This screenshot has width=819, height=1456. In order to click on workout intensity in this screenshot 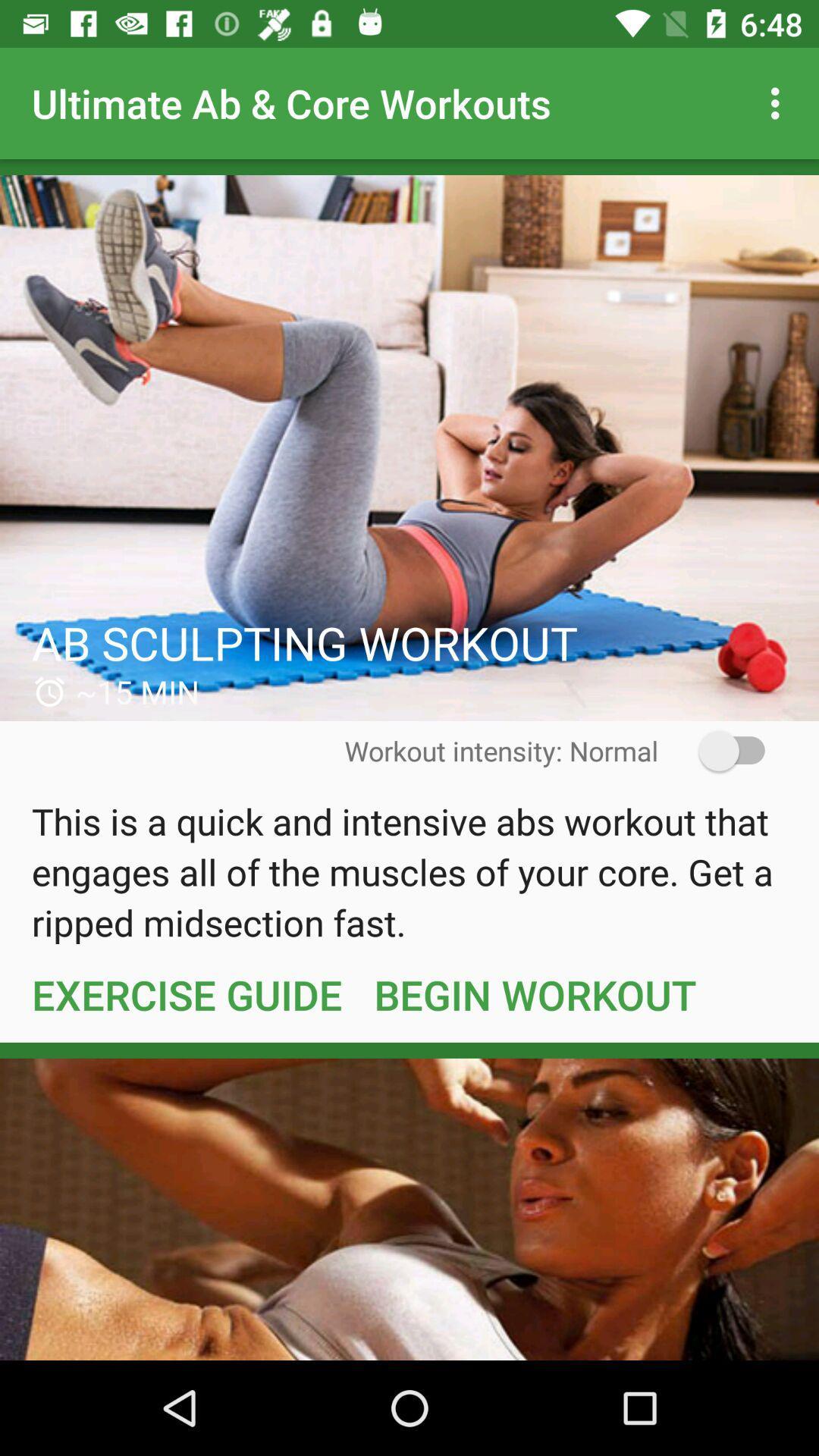, I will do `click(721, 751)`.